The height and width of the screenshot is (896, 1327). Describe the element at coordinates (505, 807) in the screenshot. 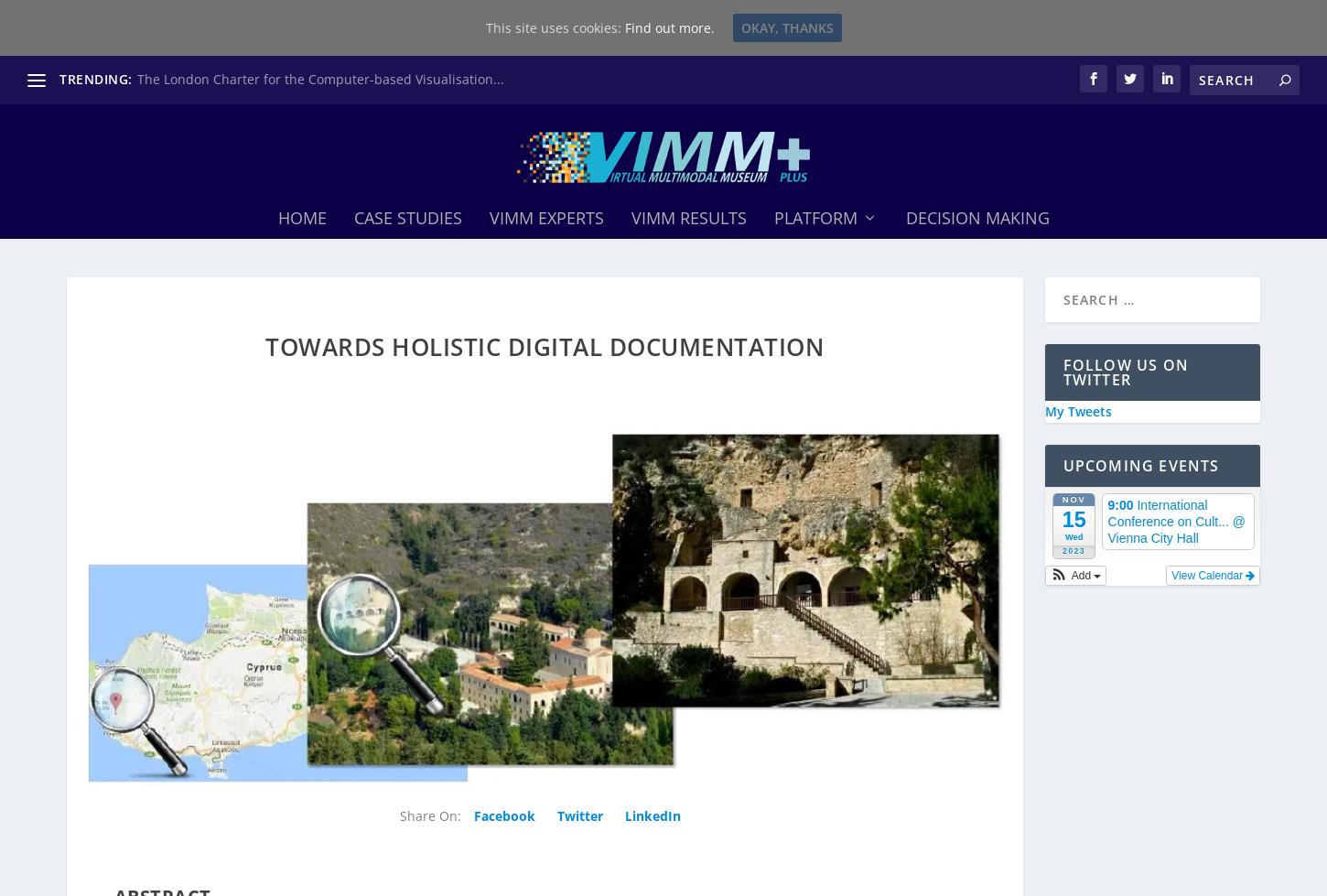

I see `'Facebook'` at that location.